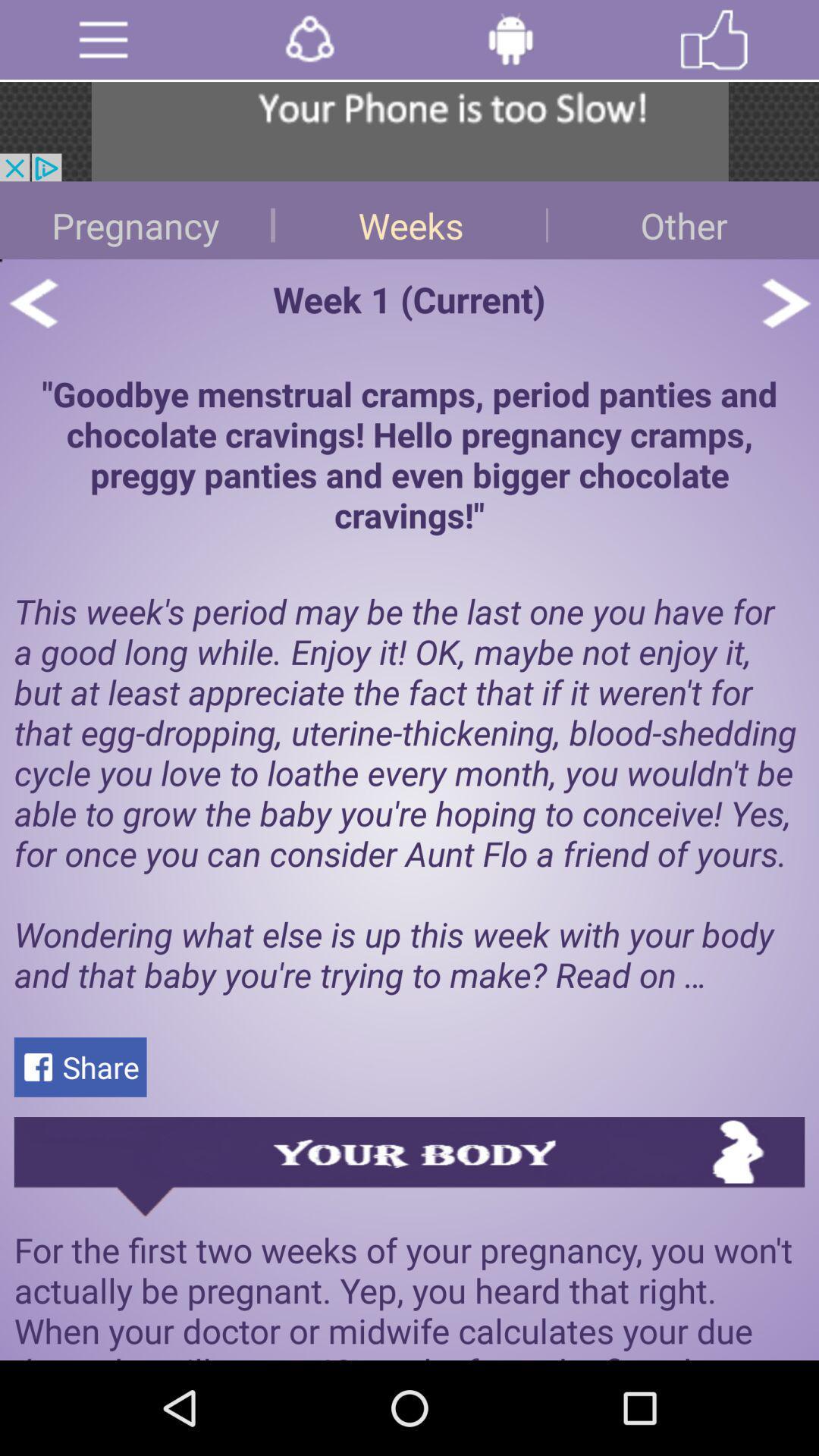 This screenshot has height=1456, width=819. What do you see at coordinates (510, 39) in the screenshot?
I see `android app` at bounding box center [510, 39].